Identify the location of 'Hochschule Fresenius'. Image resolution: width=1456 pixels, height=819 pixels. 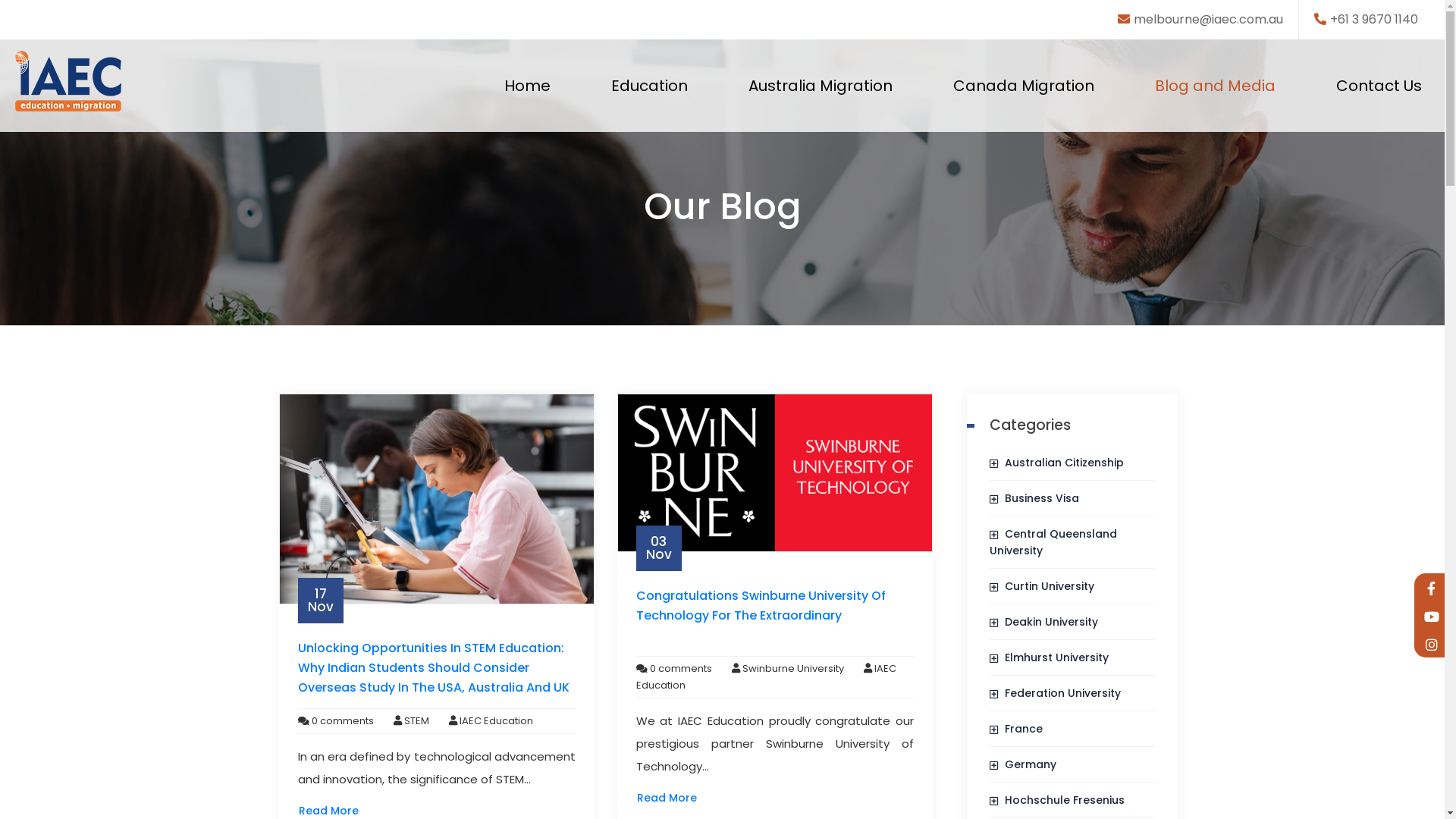
(990, 799).